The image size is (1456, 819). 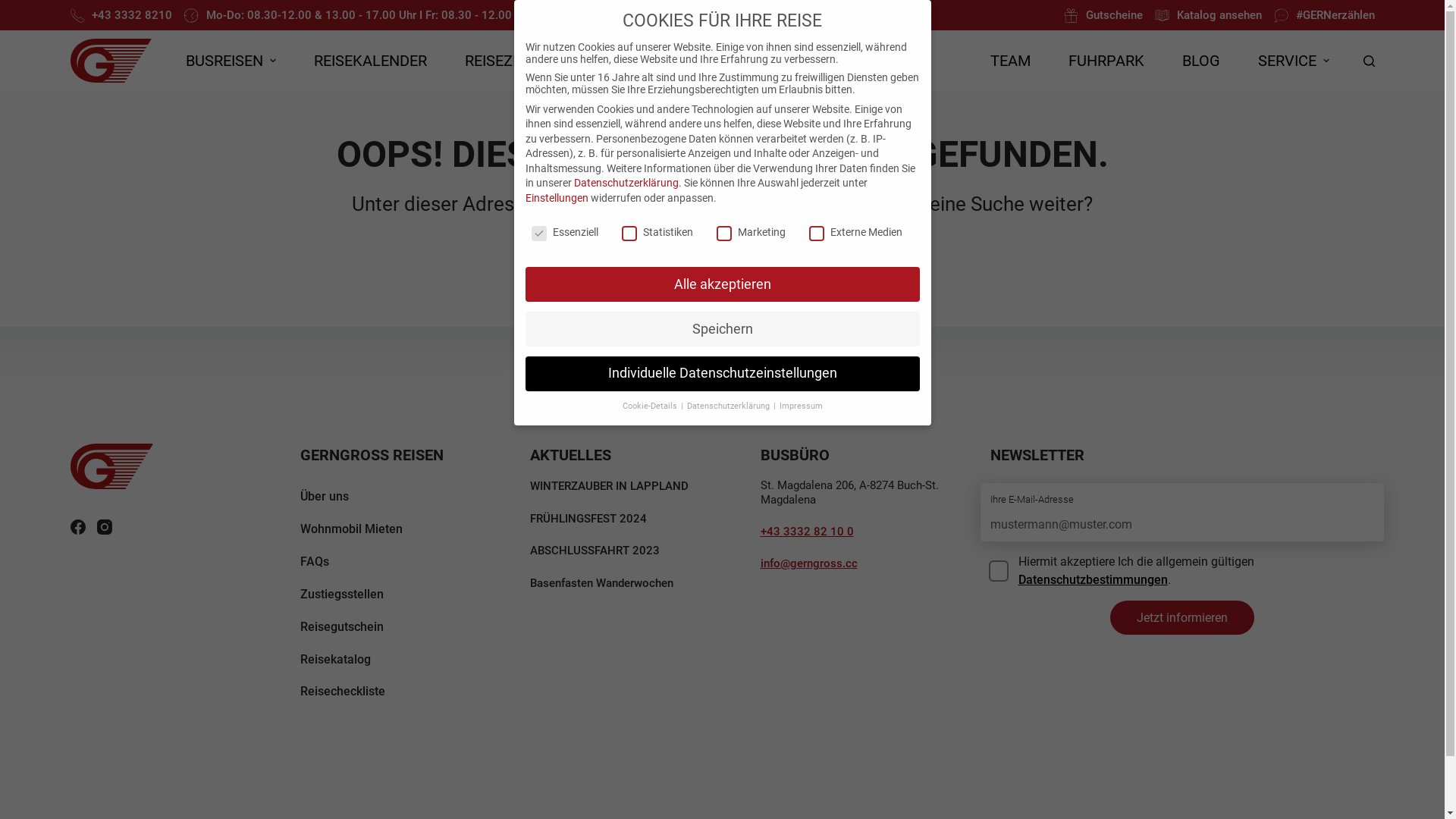 What do you see at coordinates (300, 691) in the screenshot?
I see `'Reisecheckliste'` at bounding box center [300, 691].